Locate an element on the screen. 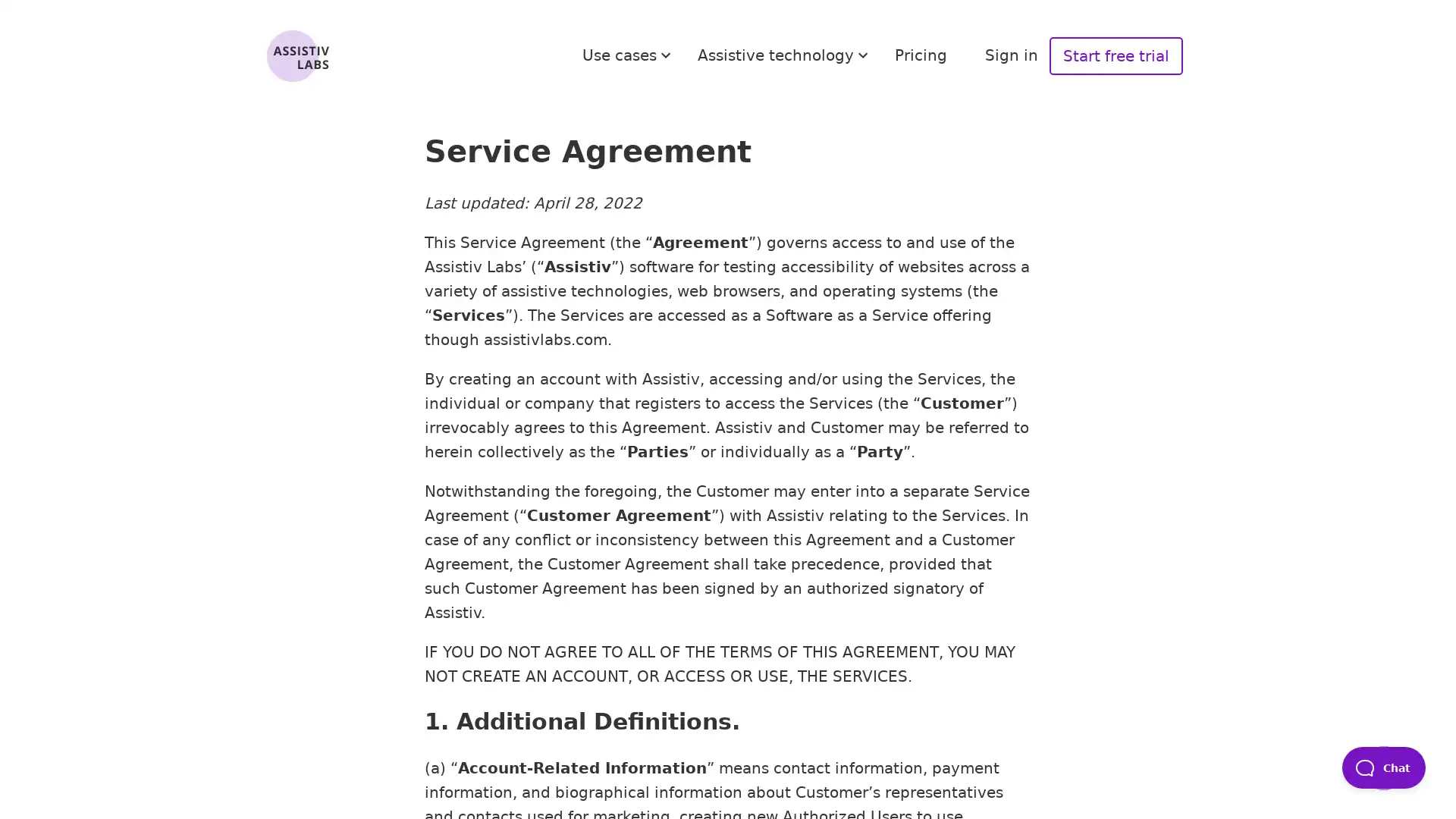 This screenshot has width=1456, height=819. Assistive technology is located at coordinates (785, 55).